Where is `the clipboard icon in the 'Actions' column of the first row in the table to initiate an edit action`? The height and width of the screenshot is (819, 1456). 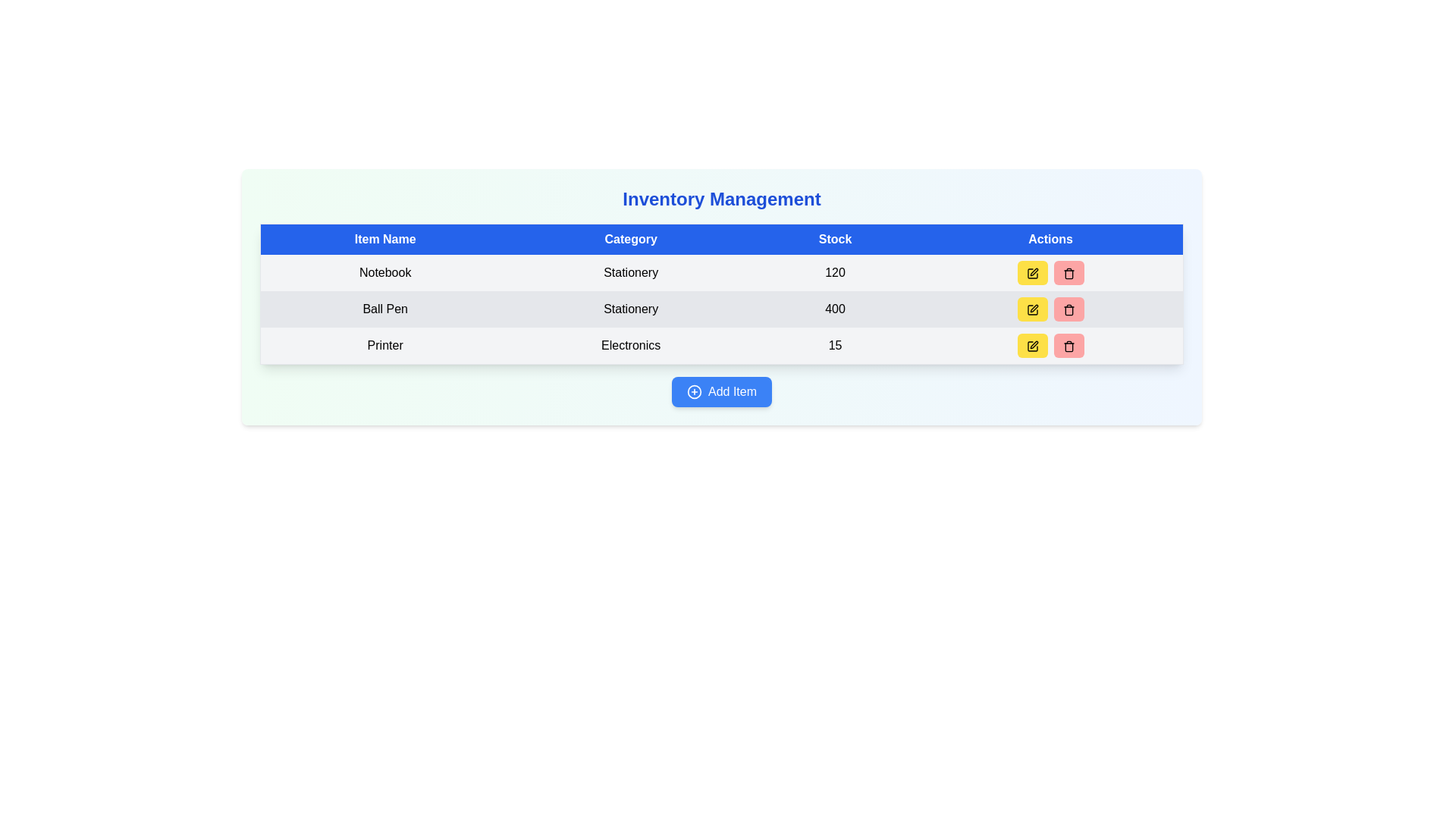 the clipboard icon in the 'Actions' column of the first row in the table to initiate an edit action is located at coordinates (1031, 273).